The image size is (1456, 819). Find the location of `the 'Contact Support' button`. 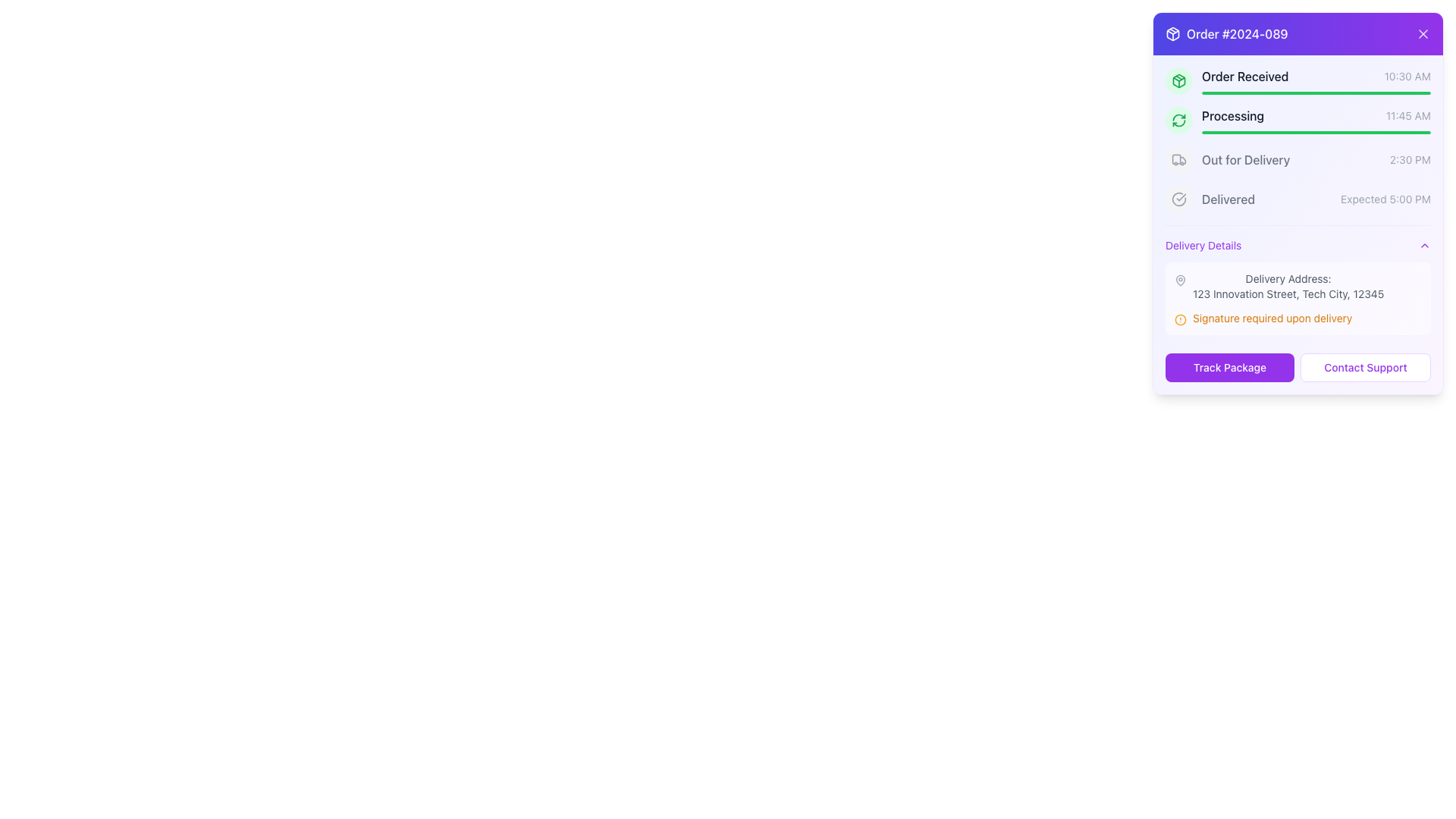

the 'Contact Support' button is located at coordinates (1365, 368).